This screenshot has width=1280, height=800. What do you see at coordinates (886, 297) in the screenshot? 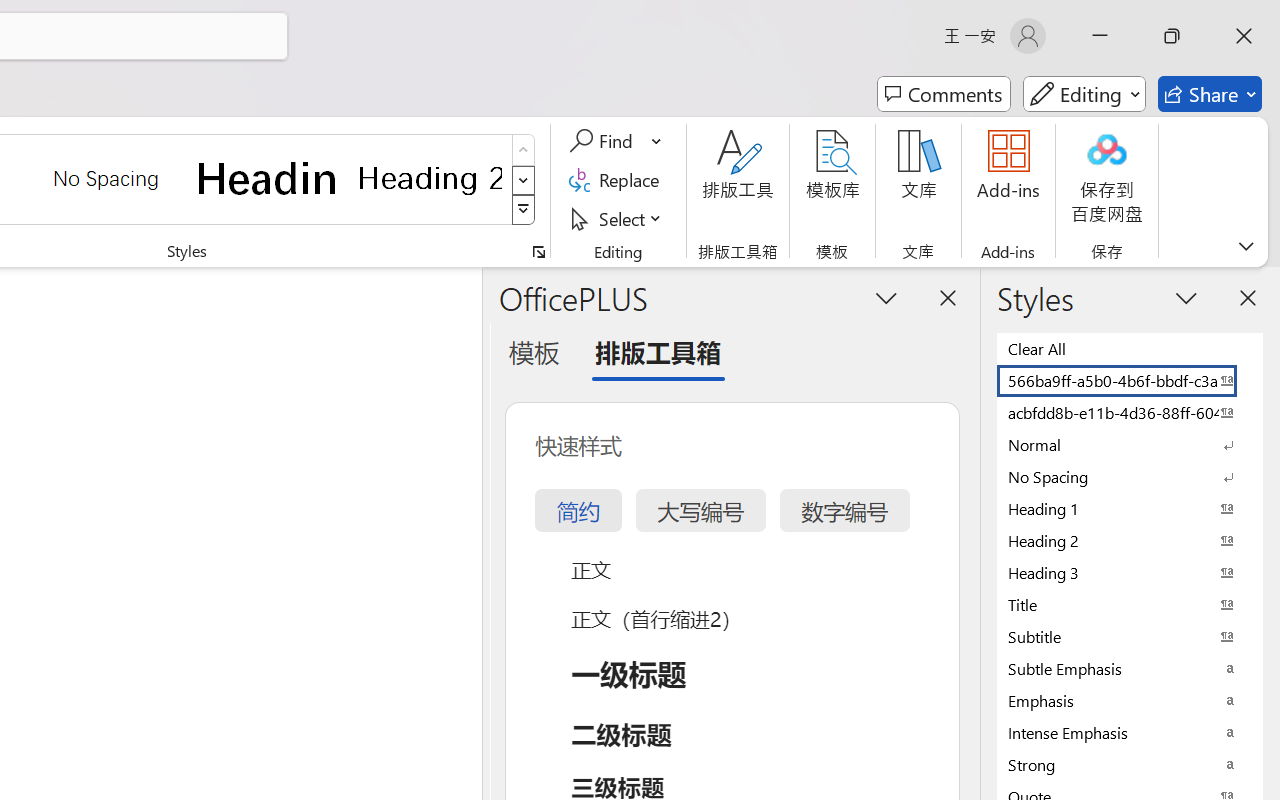
I see `'Task Pane Options'` at bounding box center [886, 297].